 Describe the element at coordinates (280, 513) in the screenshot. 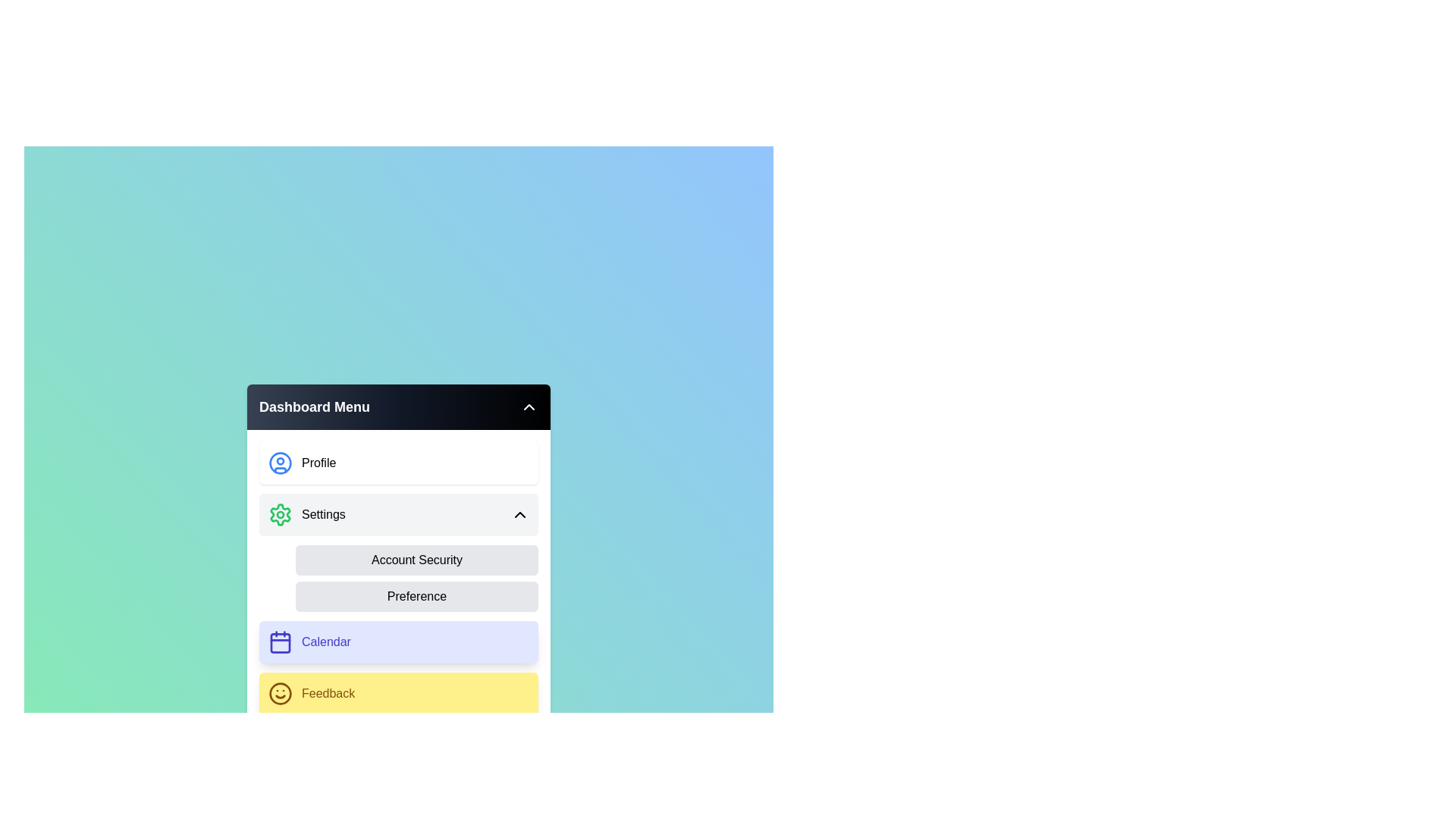

I see `the 'Settings' Icon located in the menu area, specifically to the left of the 'Settings' label` at that location.